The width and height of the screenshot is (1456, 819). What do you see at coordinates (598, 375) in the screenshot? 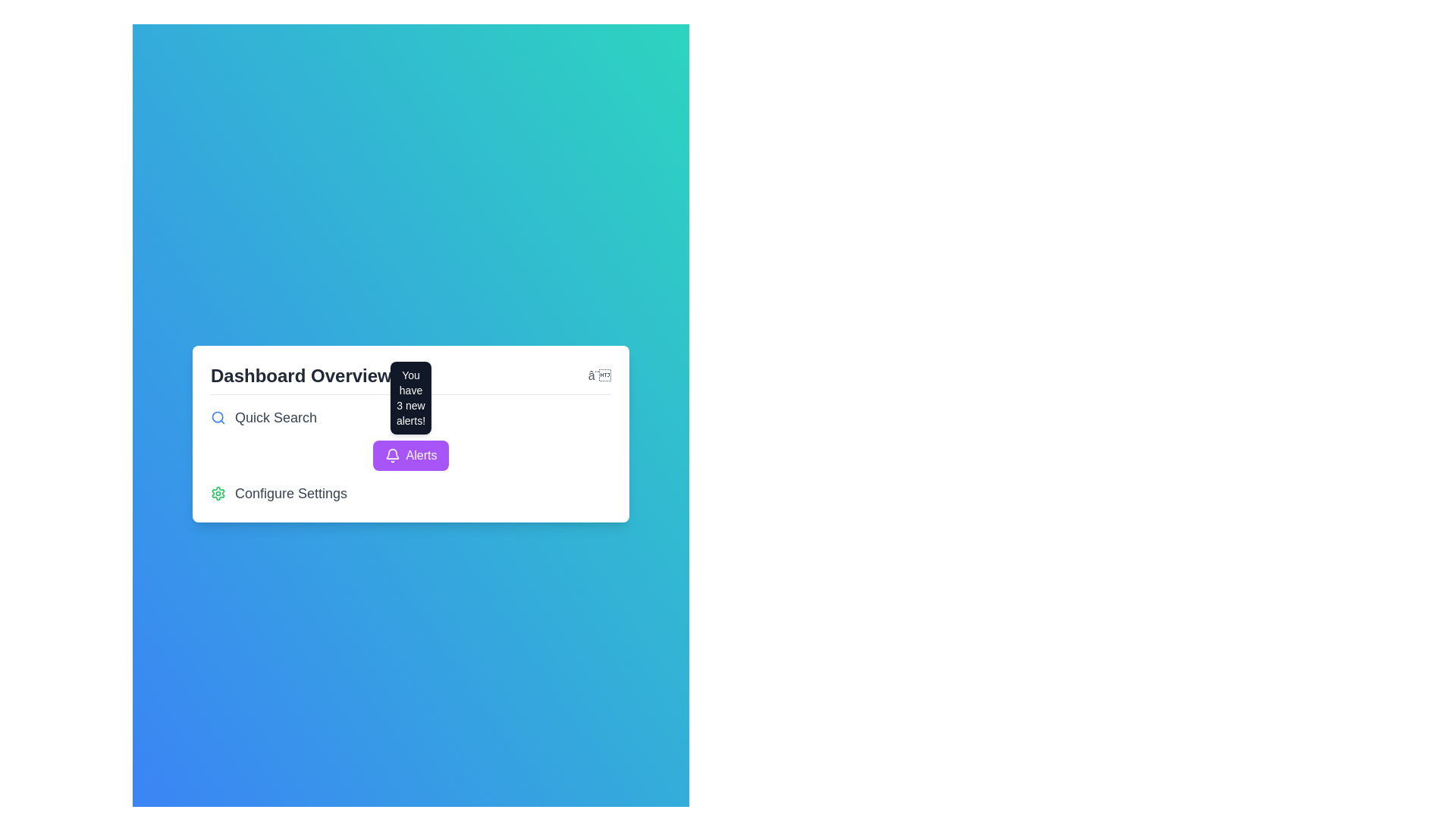
I see `the interactive icon located at the top-right corner of the 'Dashboard Overview' panel header` at bounding box center [598, 375].